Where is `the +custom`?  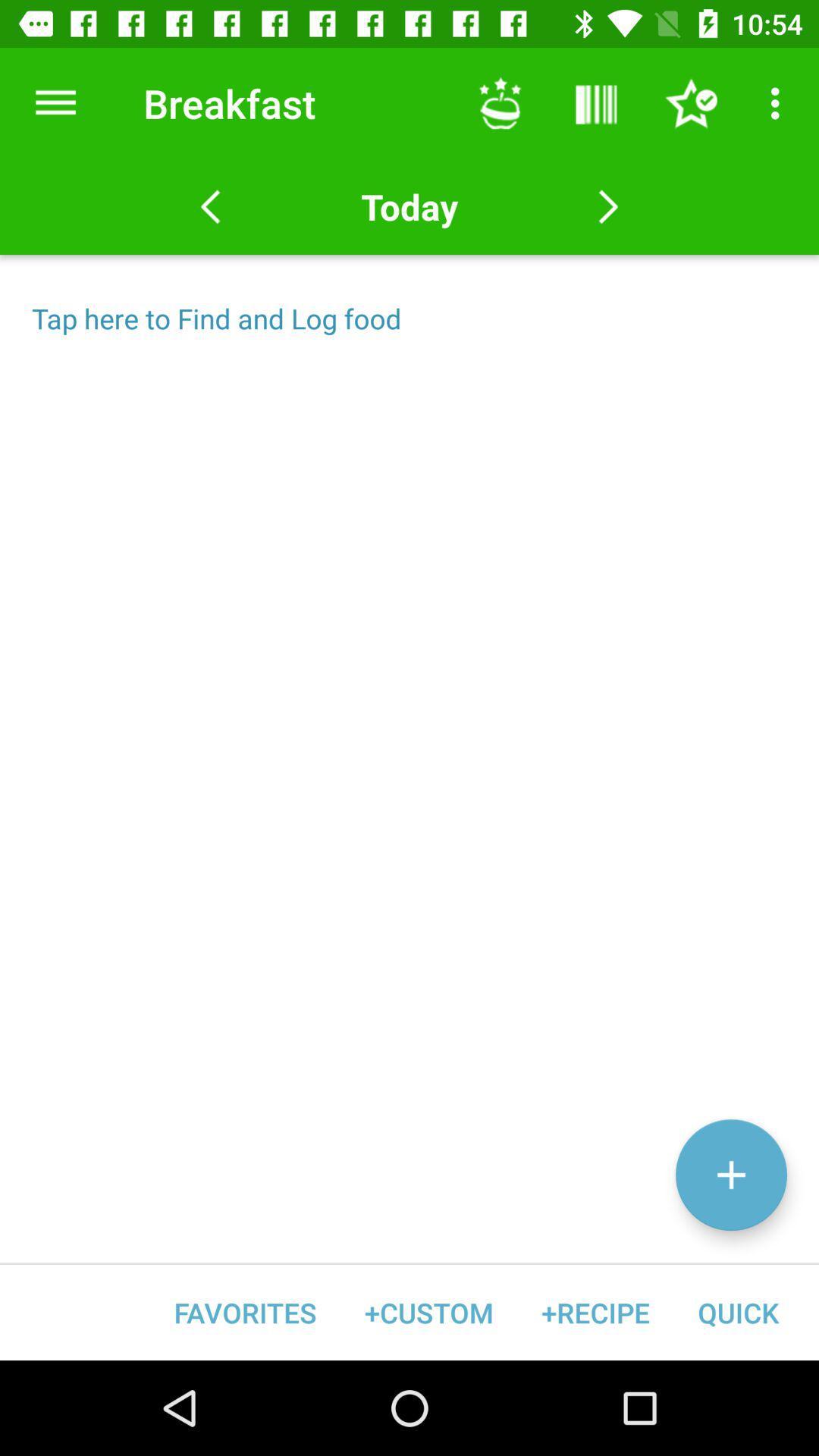
the +custom is located at coordinates (428, 1312).